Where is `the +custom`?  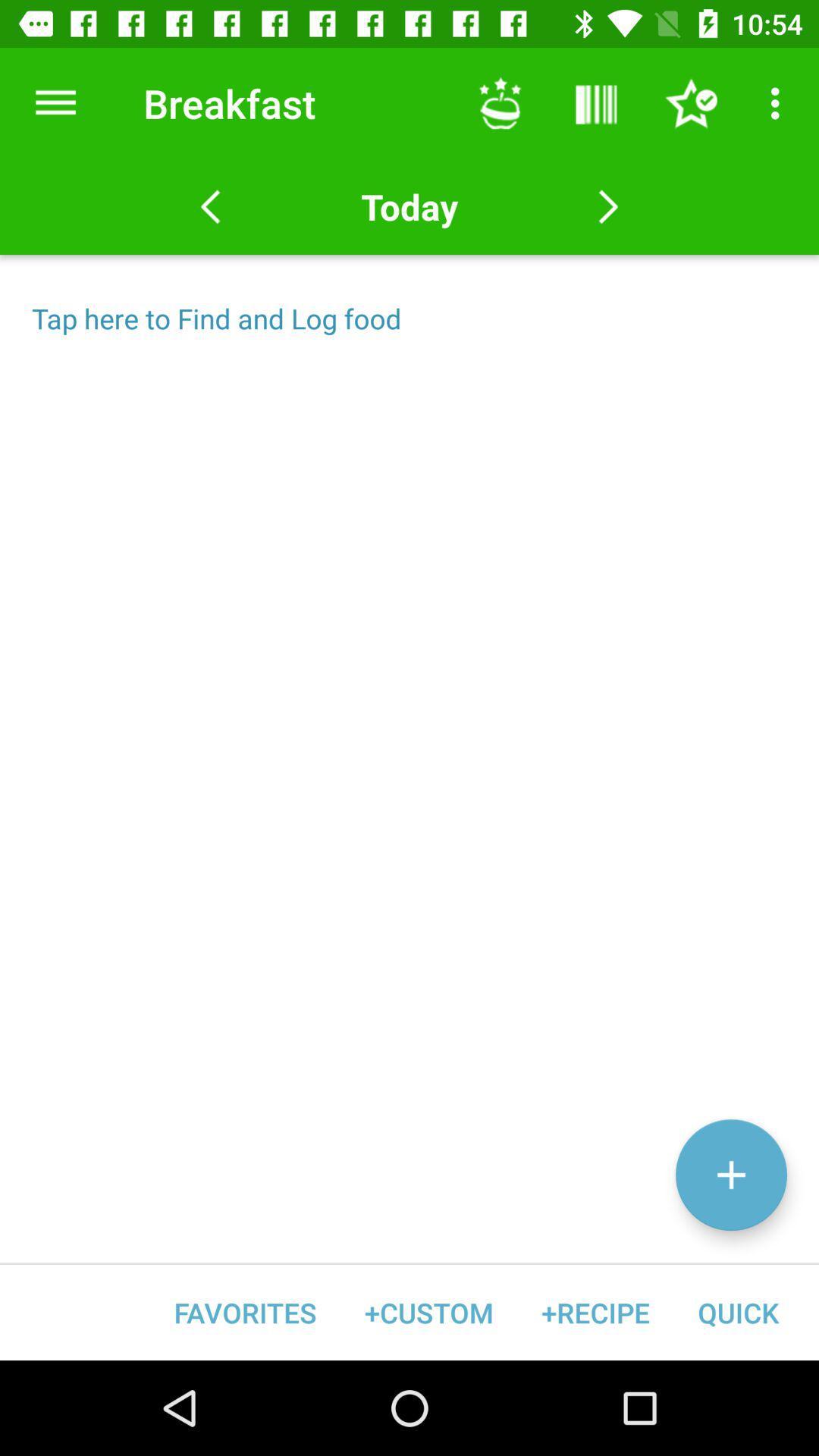
the +custom is located at coordinates (428, 1312).